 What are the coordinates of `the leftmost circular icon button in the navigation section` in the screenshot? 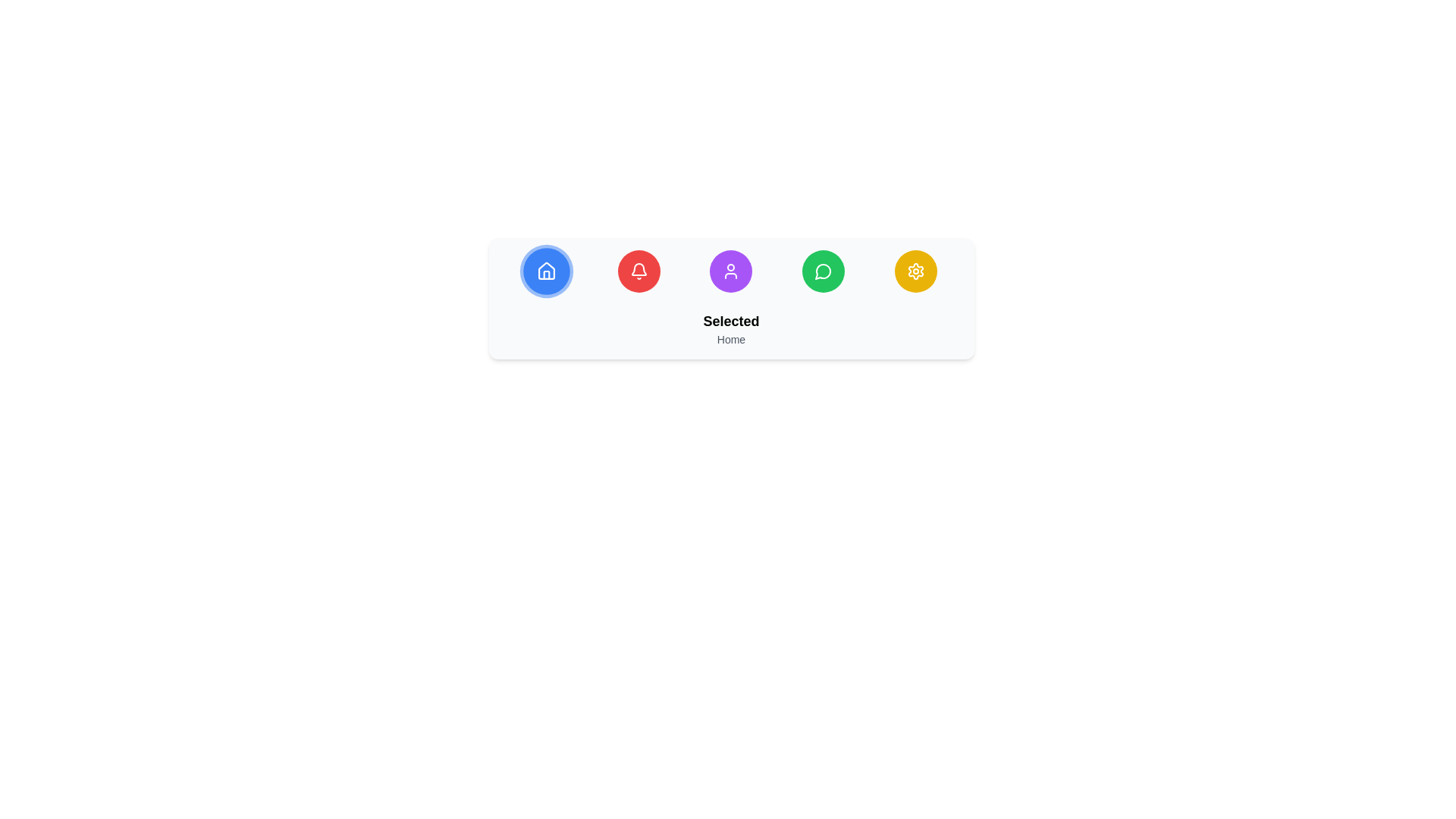 It's located at (546, 271).